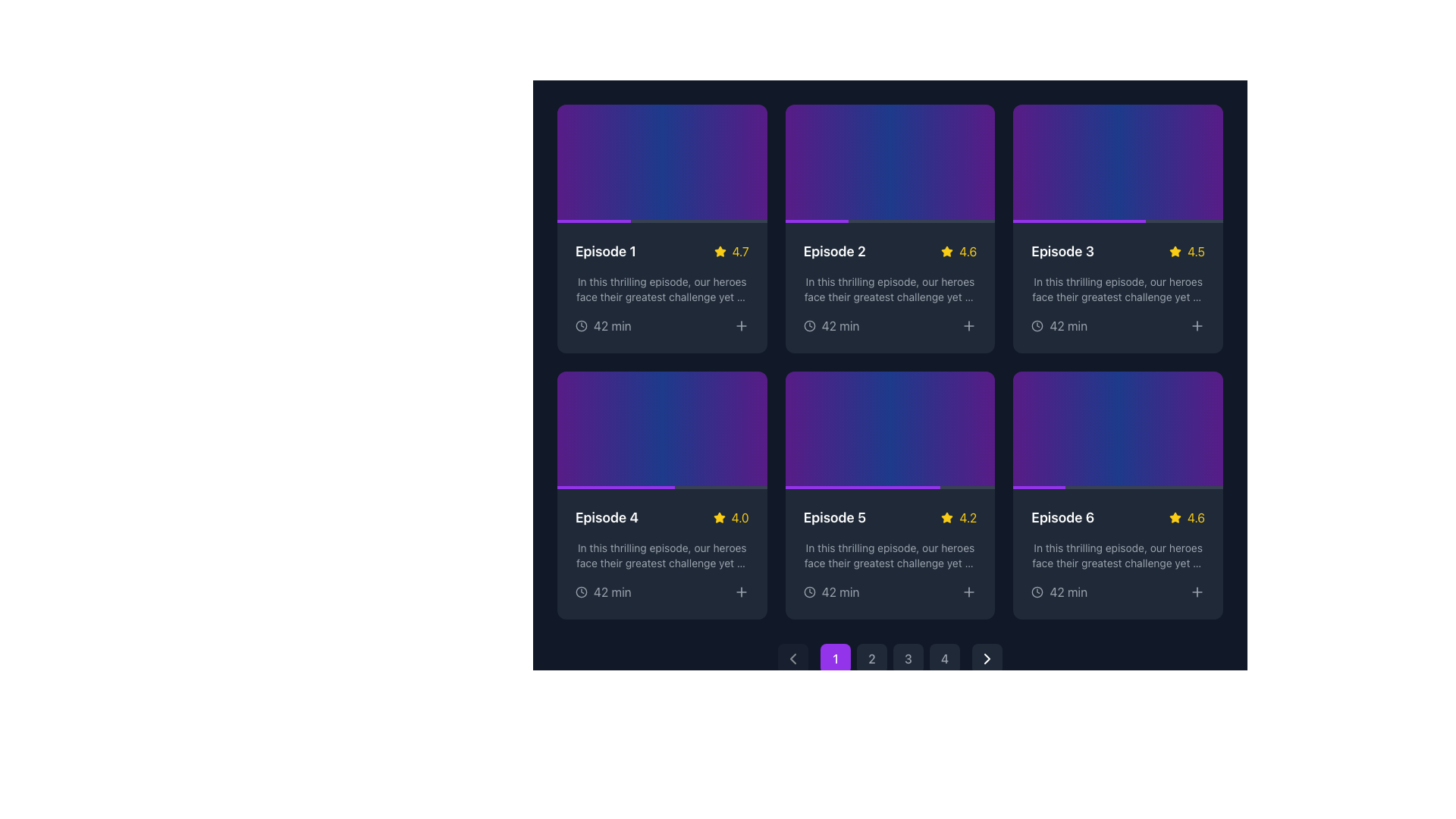 The image size is (1456, 819). I want to click on the text label displaying '42 min' in light gray font color, located adjacent to a clock icon under the 'Episode 3' card, so click(1068, 325).